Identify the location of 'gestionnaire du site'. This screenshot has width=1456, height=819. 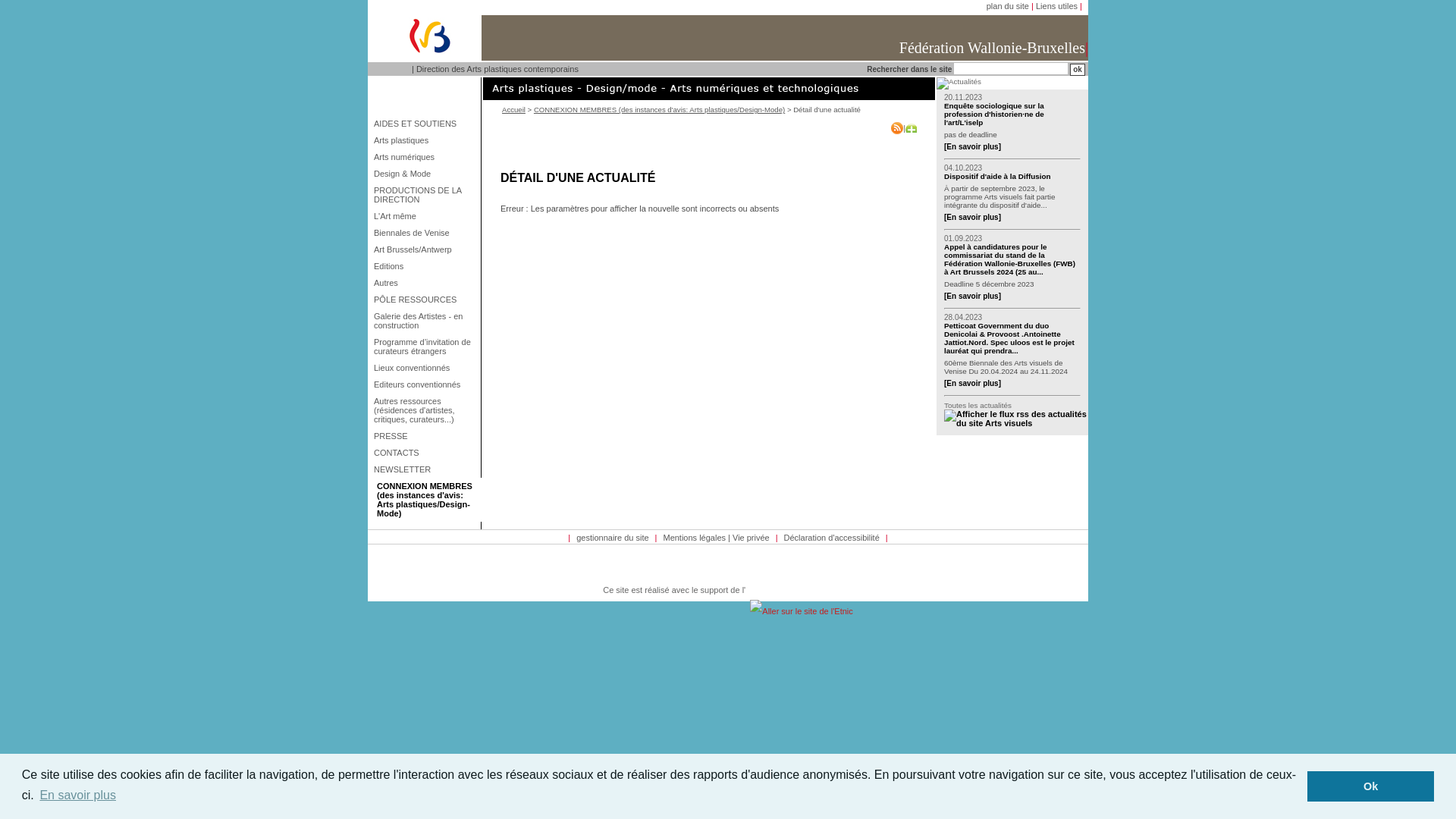
(612, 537).